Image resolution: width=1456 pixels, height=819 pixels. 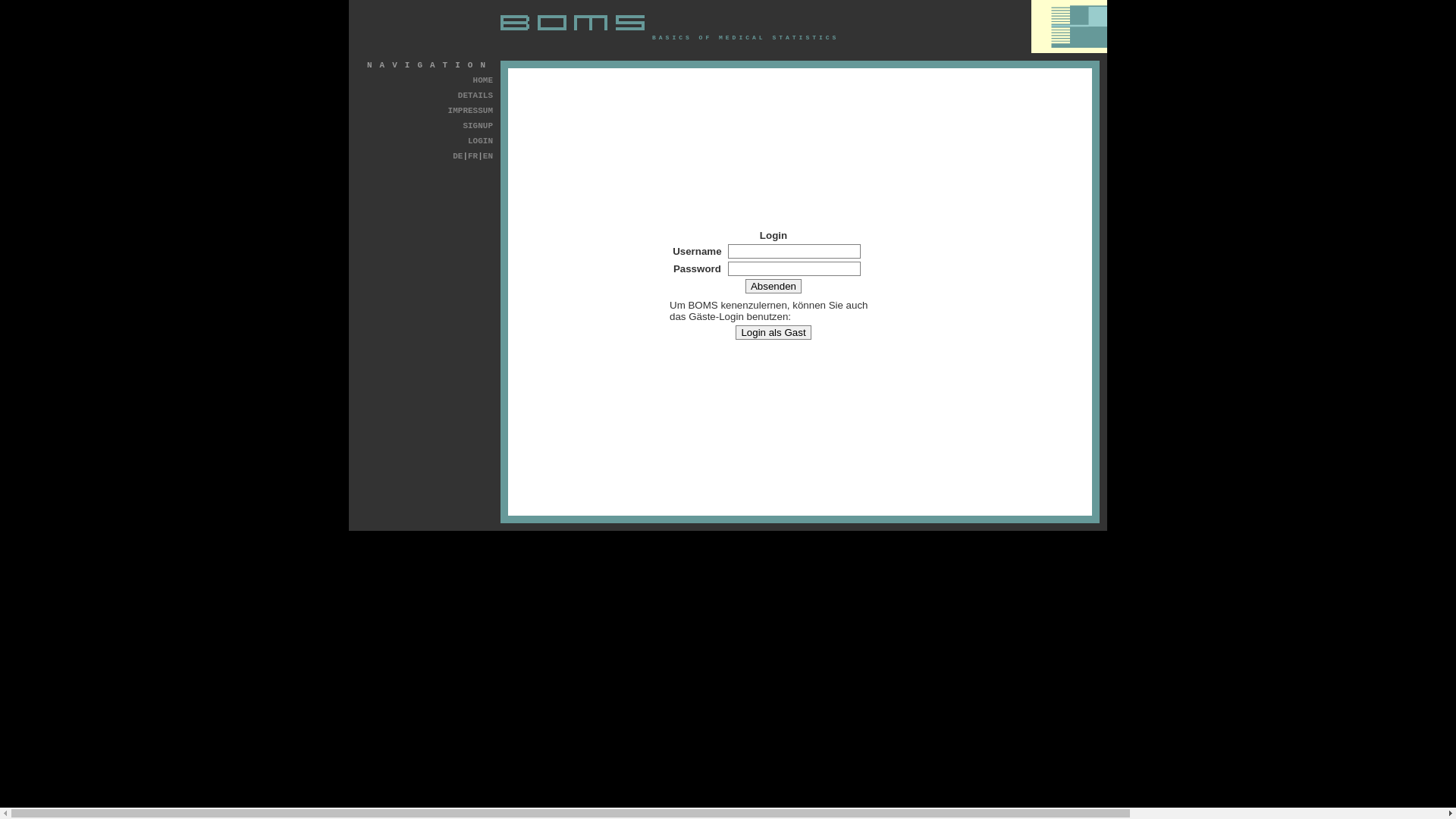 I want to click on 'DETAILS', so click(x=475, y=96).